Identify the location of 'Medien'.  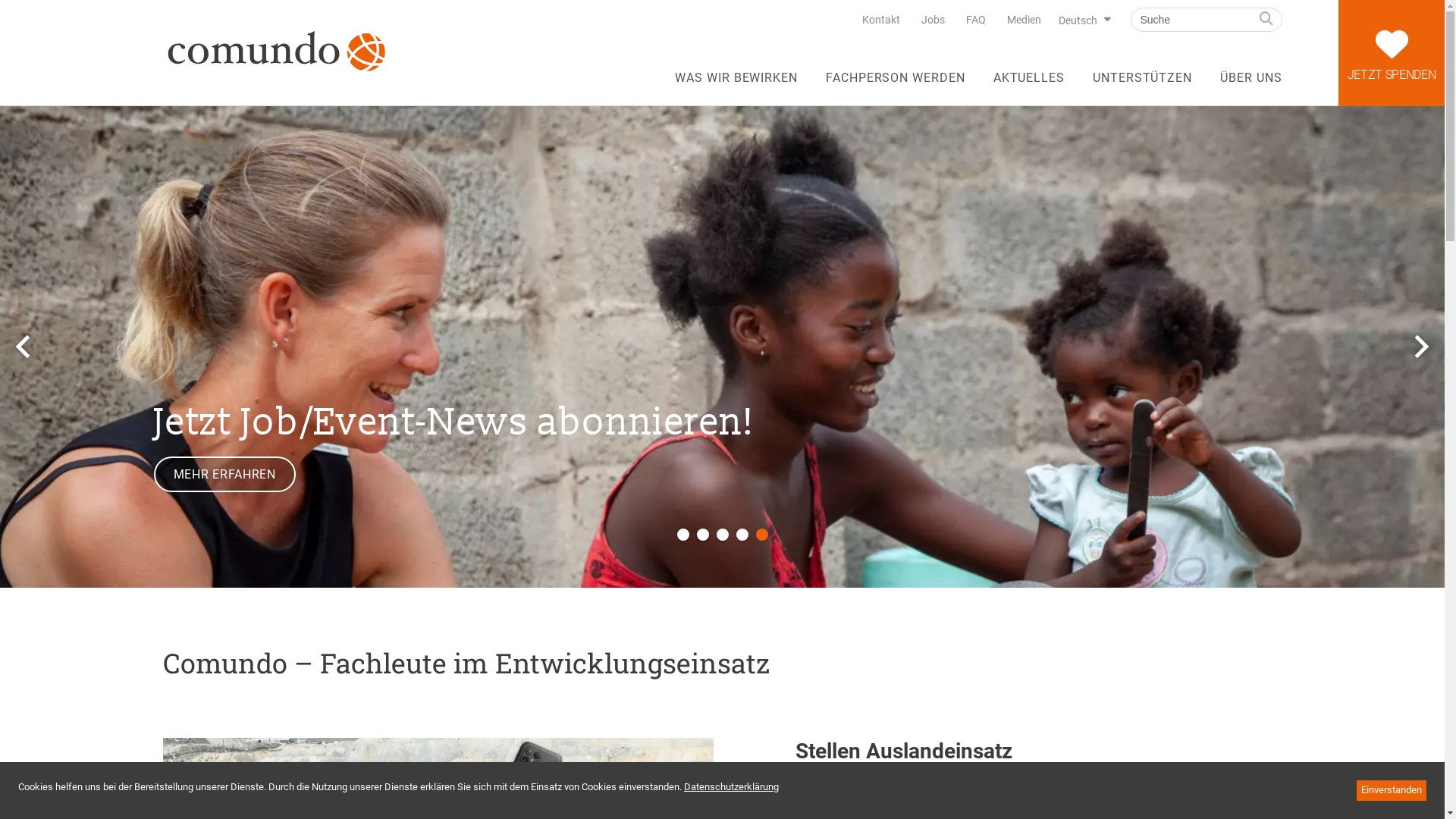
(1024, 20).